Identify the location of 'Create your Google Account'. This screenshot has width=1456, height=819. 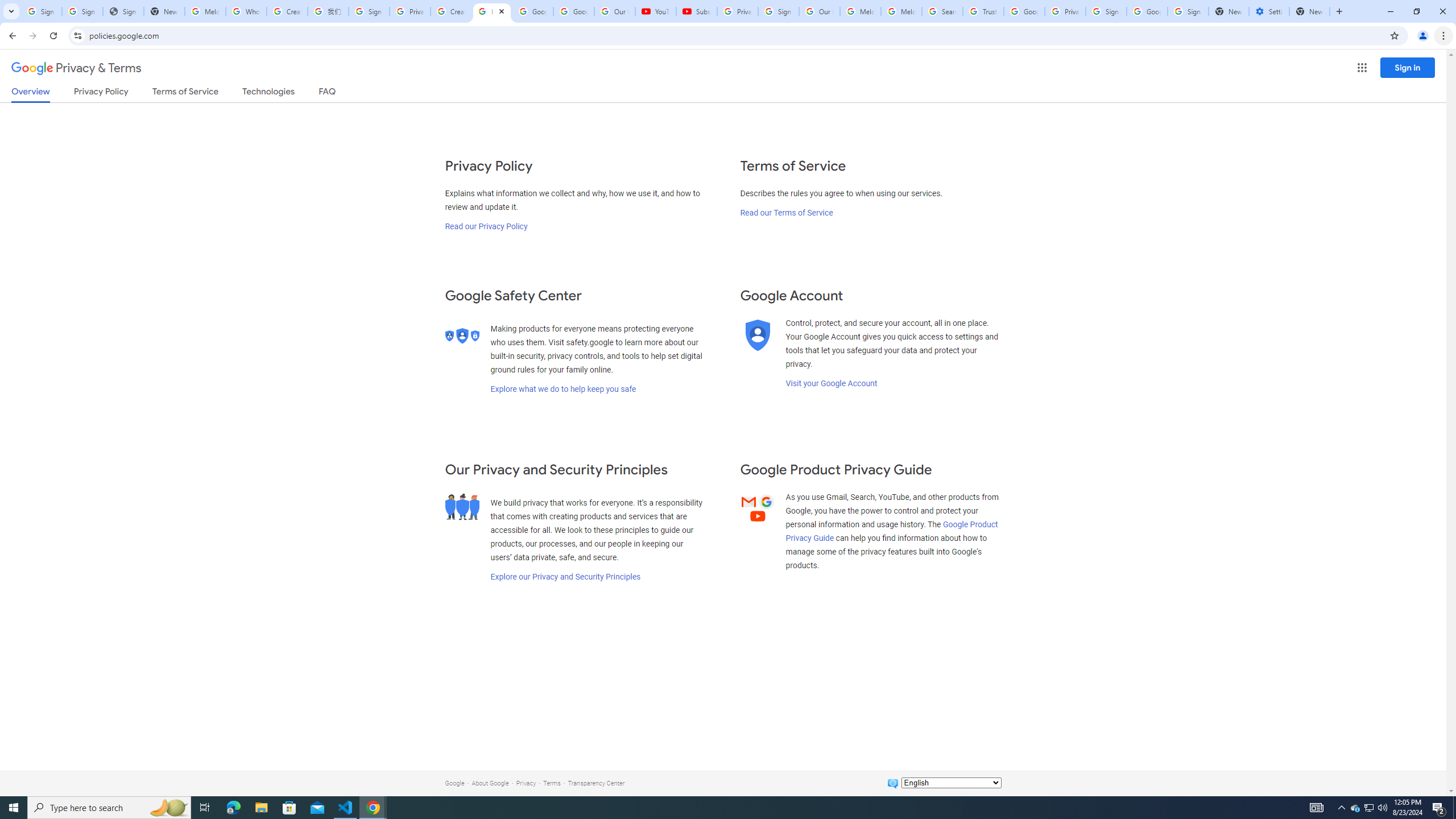
(450, 11).